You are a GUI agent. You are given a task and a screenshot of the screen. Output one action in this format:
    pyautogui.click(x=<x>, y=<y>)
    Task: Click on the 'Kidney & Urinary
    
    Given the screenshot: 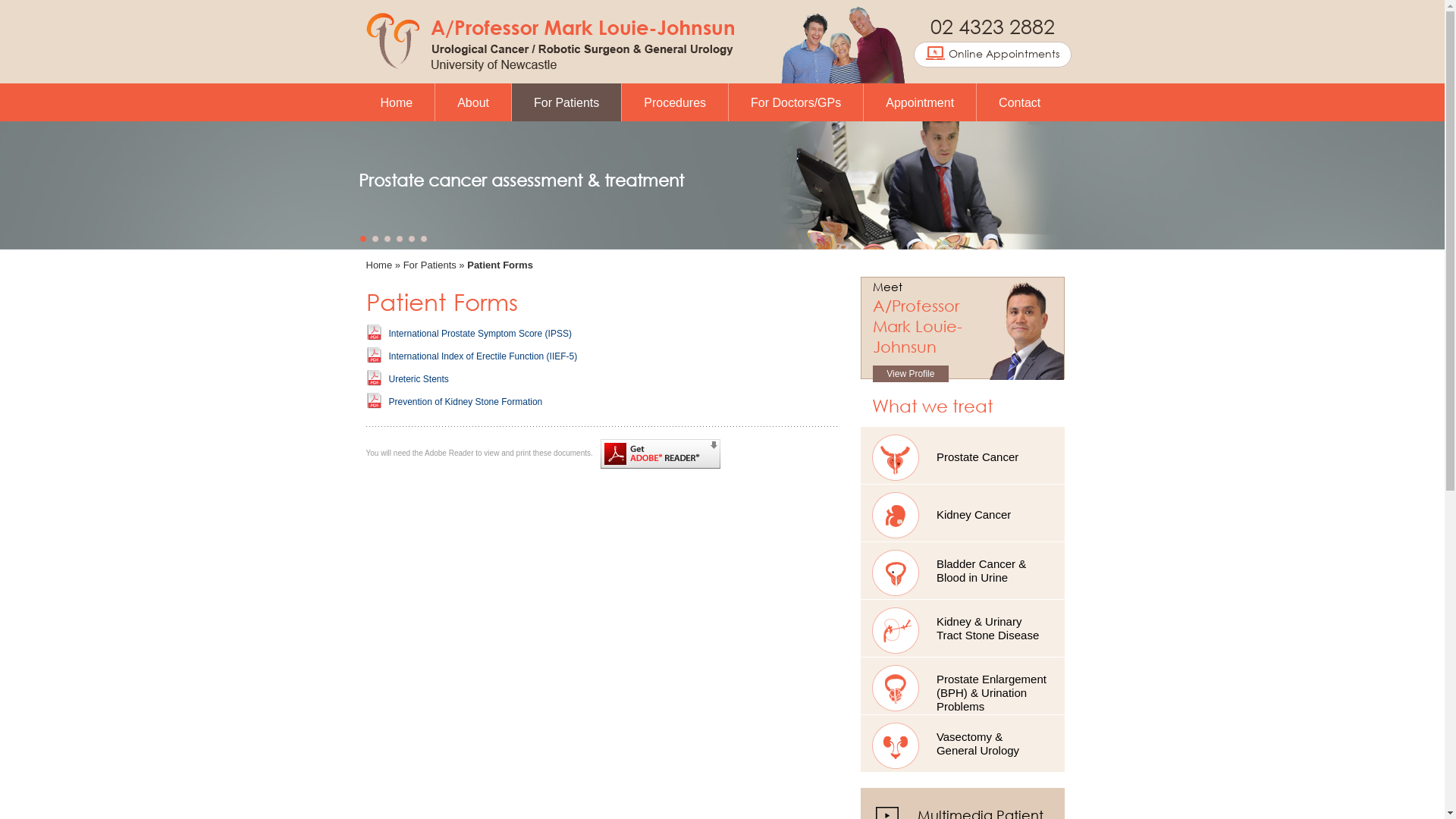 What is the action you would take?
    pyautogui.click(x=962, y=628)
    